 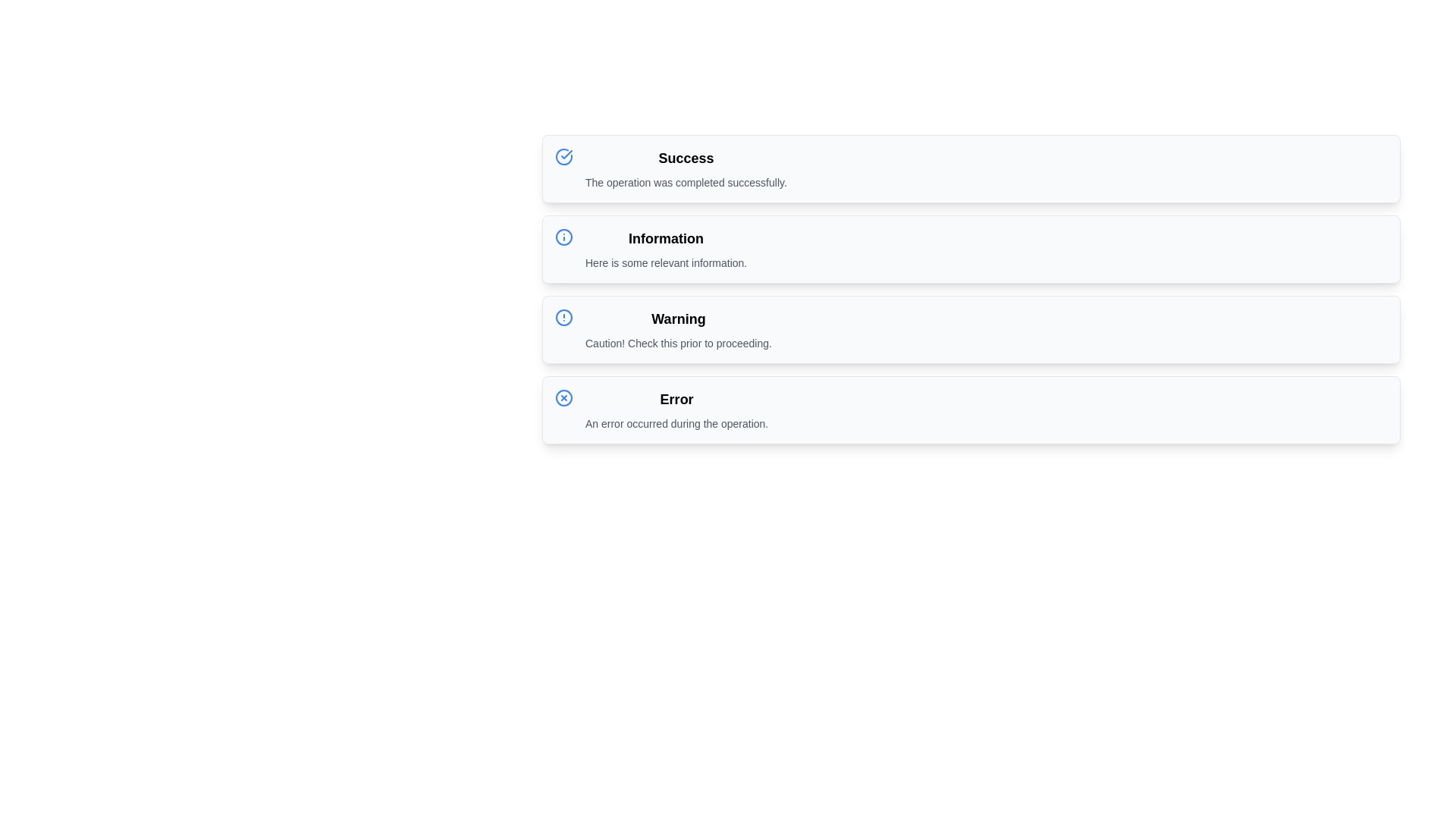 I want to click on the warning icon located within the 'Warning' alert box, to the left of the text 'Warning', to initiate possible interactions, so click(x=563, y=317).